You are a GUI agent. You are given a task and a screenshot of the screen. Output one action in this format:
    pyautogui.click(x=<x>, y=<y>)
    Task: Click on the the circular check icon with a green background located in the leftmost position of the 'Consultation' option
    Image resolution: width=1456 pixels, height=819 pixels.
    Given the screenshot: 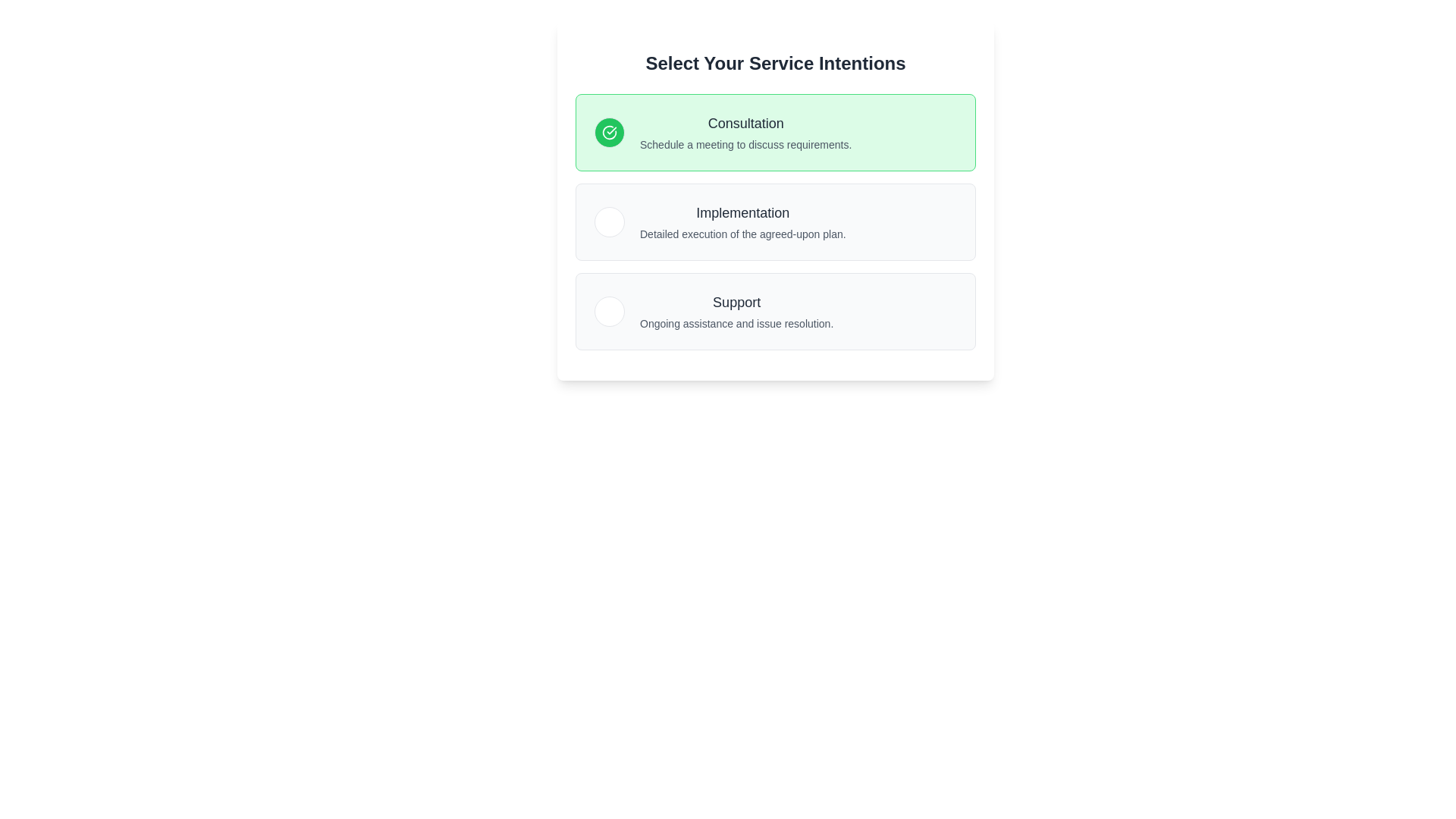 What is the action you would take?
    pyautogui.click(x=610, y=131)
    